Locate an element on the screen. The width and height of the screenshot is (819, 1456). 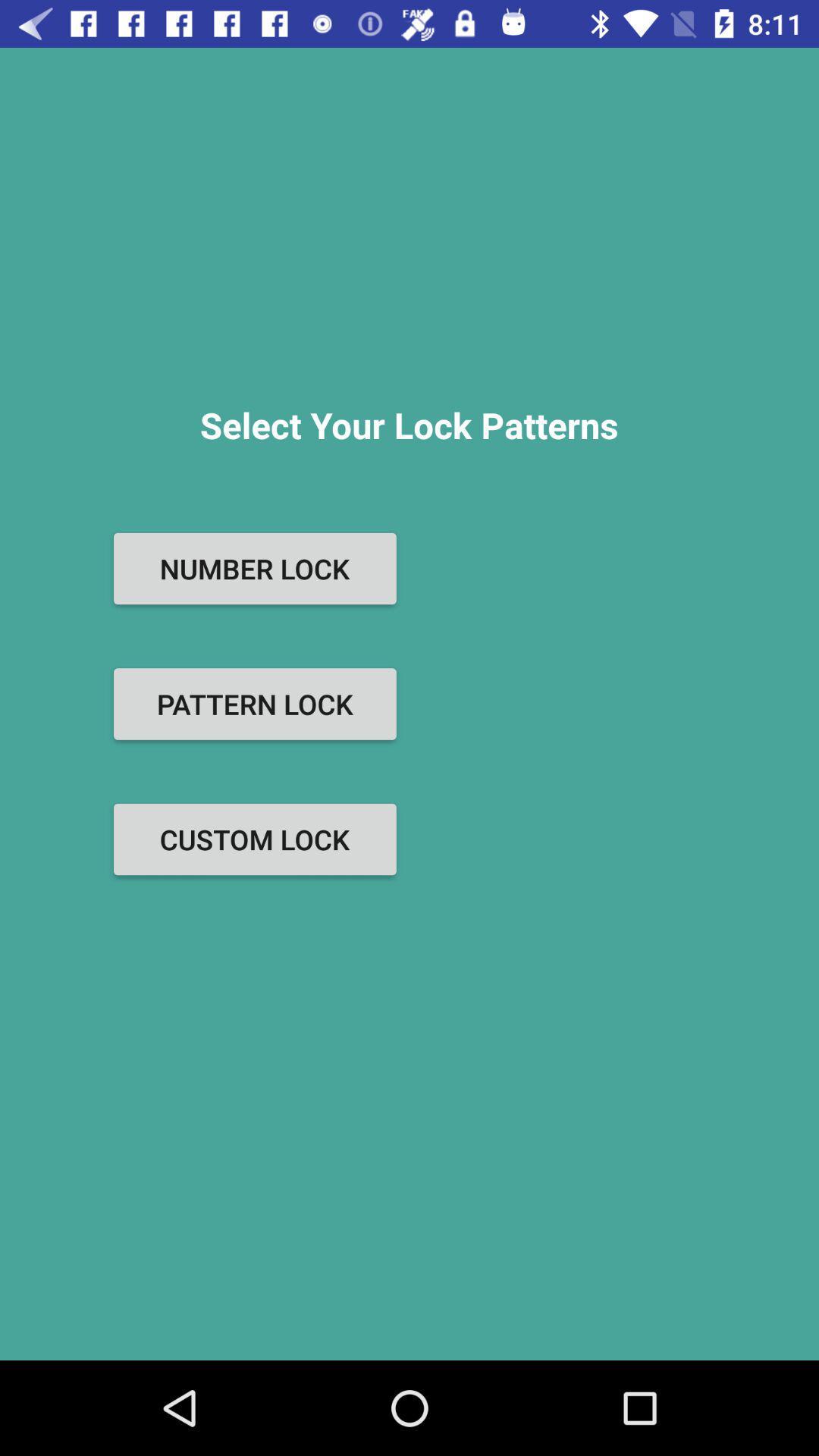
pattern lock item is located at coordinates (254, 703).